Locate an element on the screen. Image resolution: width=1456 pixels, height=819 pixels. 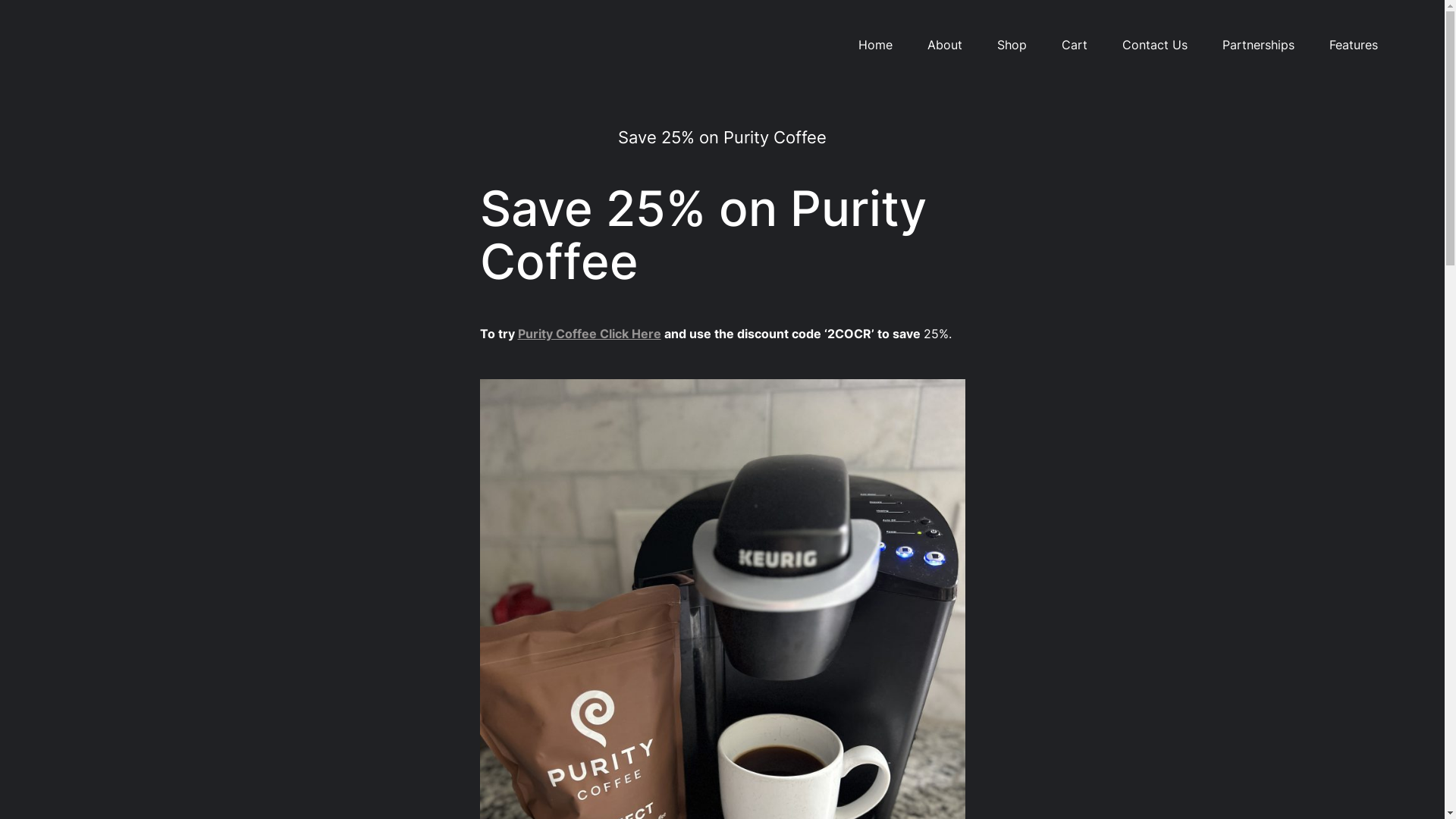
'Partnerships' is located at coordinates (1258, 44).